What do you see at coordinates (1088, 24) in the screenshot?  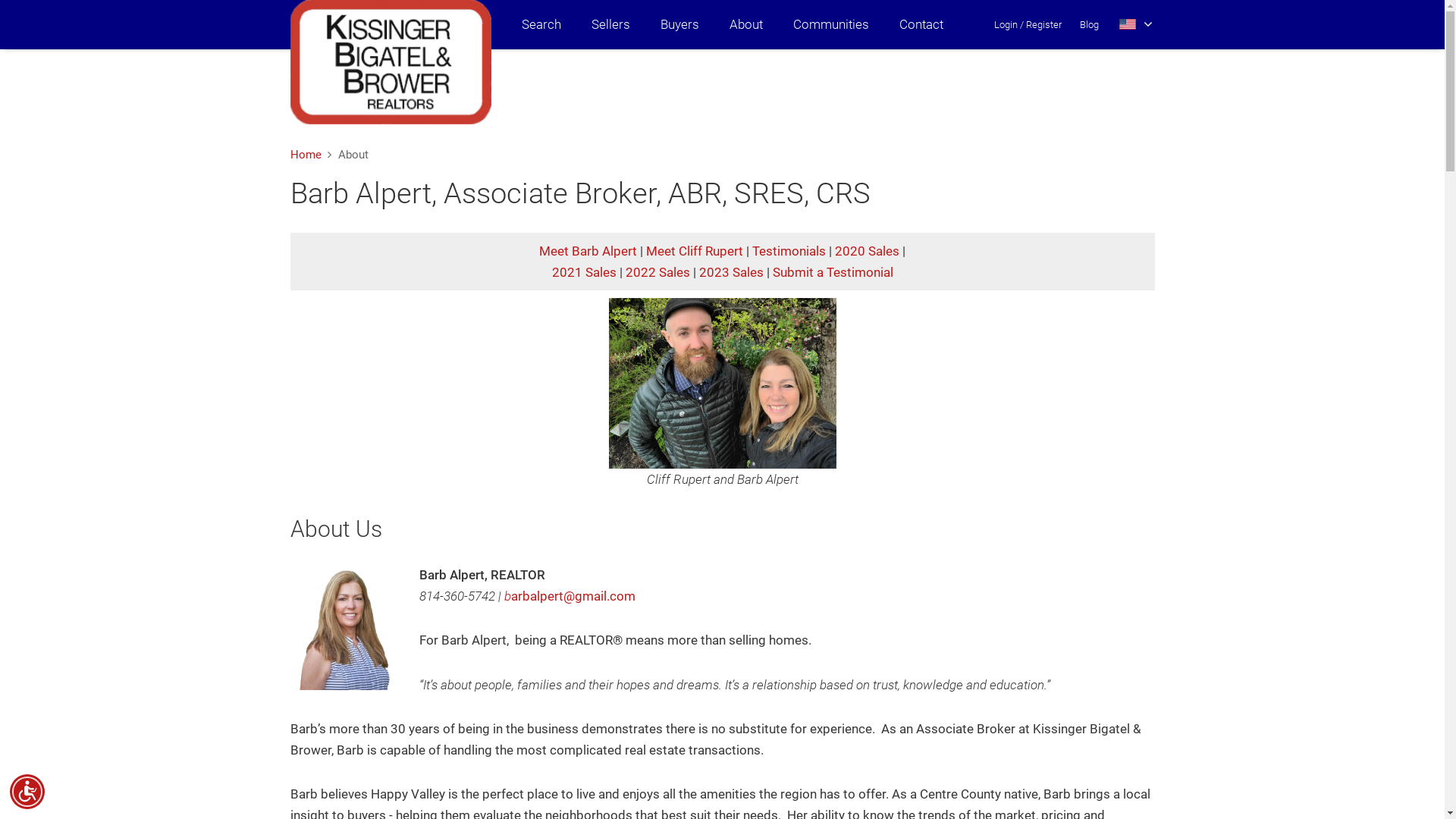 I see `'Blog'` at bounding box center [1088, 24].